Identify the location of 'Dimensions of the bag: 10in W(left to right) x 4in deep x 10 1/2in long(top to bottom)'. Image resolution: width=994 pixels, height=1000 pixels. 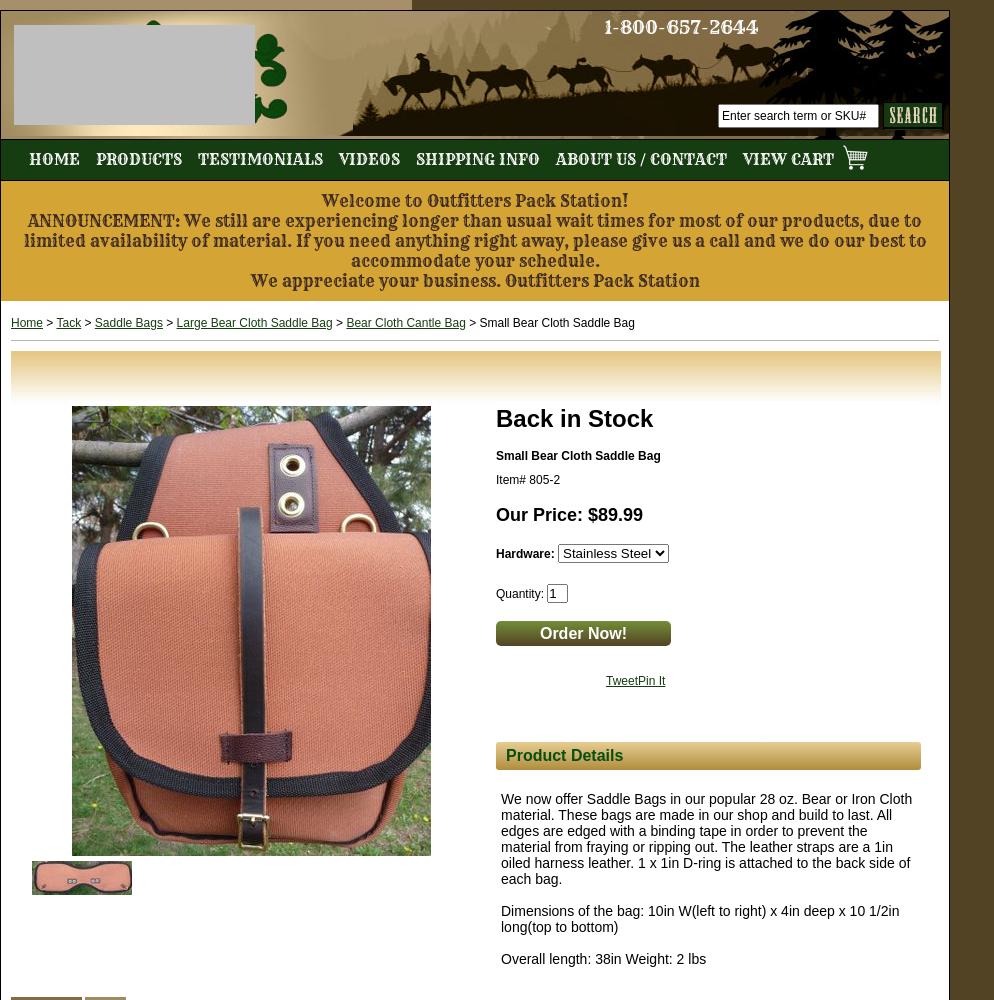
(698, 919).